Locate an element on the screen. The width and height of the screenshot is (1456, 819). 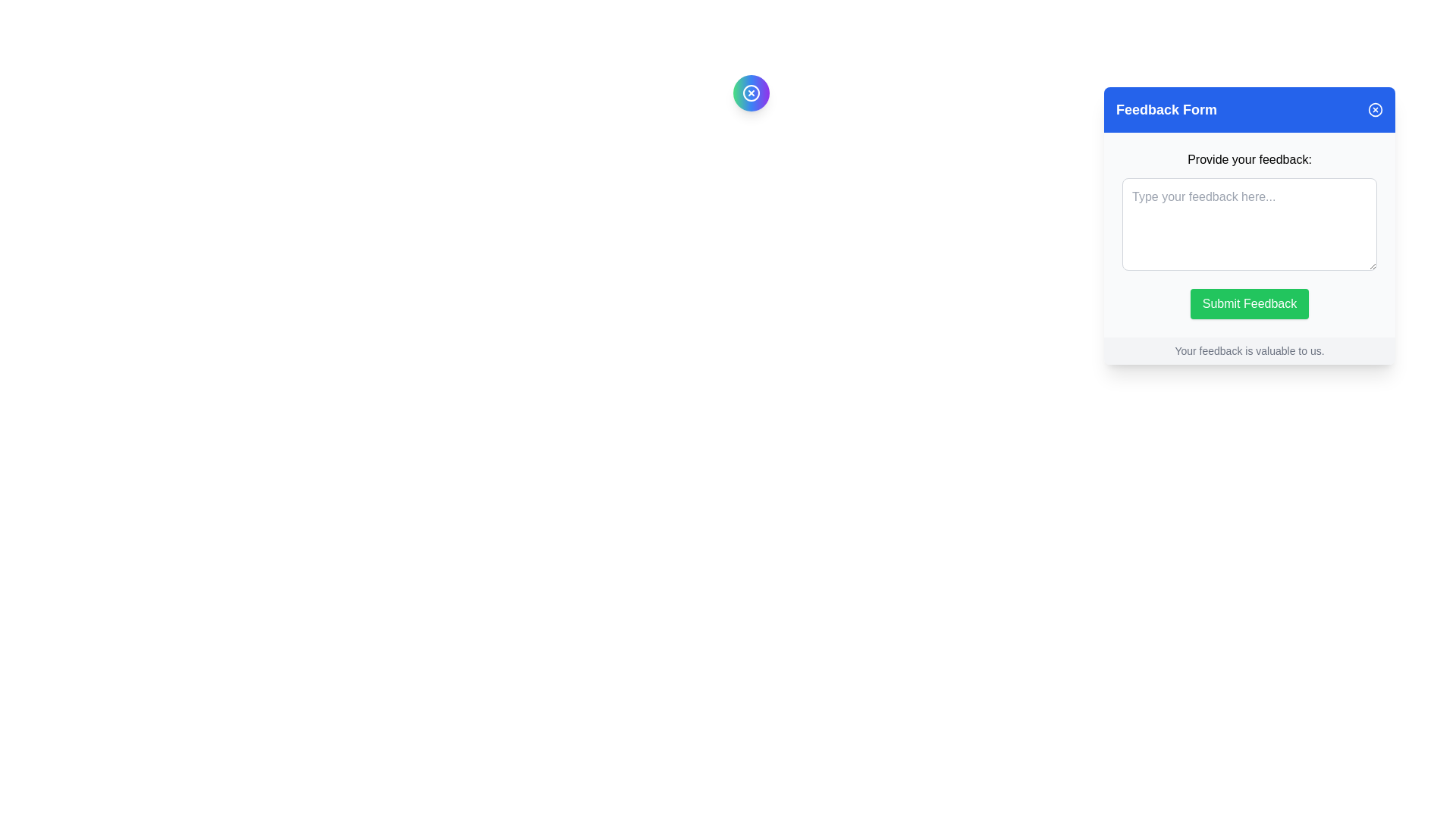
the circular close button with a gradient background and a white outlined cross inside, located prominently at the top center of the interface is located at coordinates (751, 93).